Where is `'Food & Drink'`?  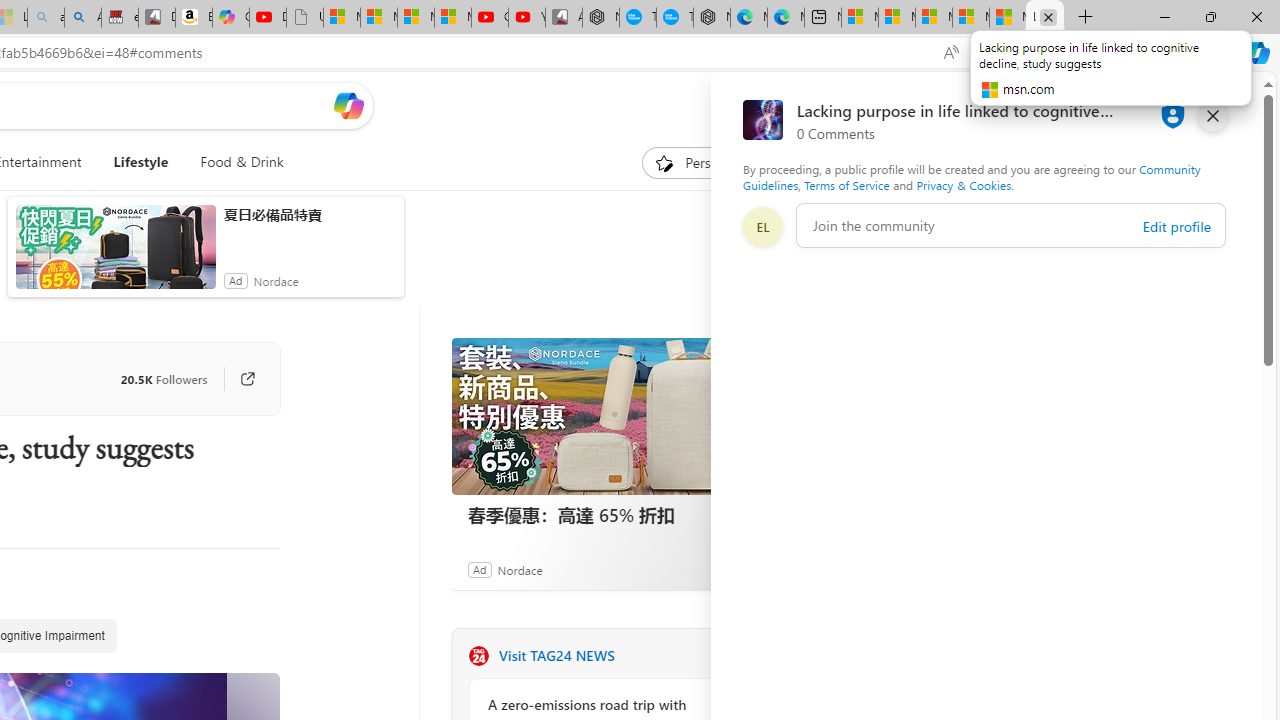 'Food & Drink' is located at coordinates (234, 162).